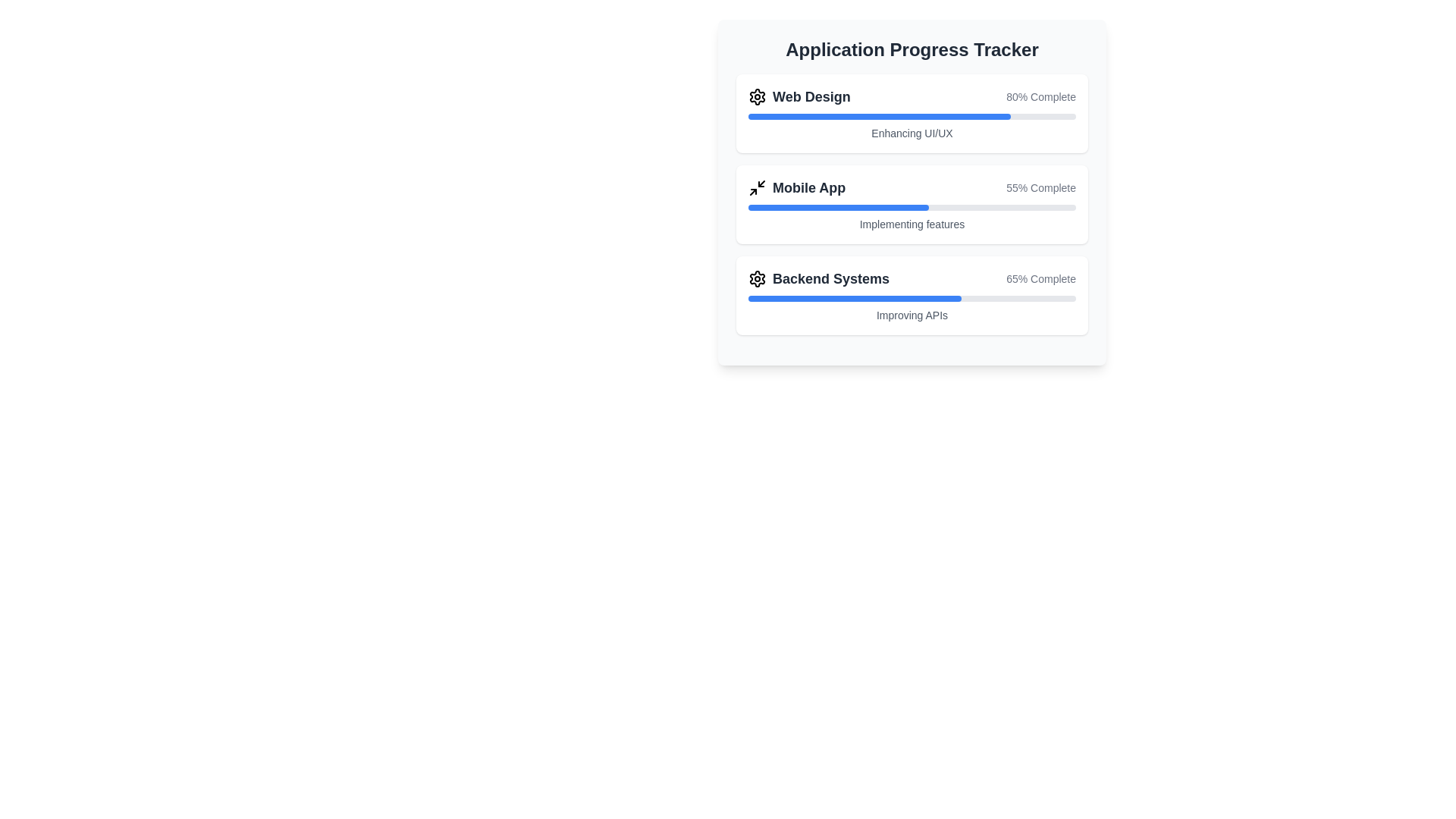  Describe the element at coordinates (912, 207) in the screenshot. I see `the progress bar indicating 55% completion located below the '55% Complete' label in the 'Mobile App' section` at that location.